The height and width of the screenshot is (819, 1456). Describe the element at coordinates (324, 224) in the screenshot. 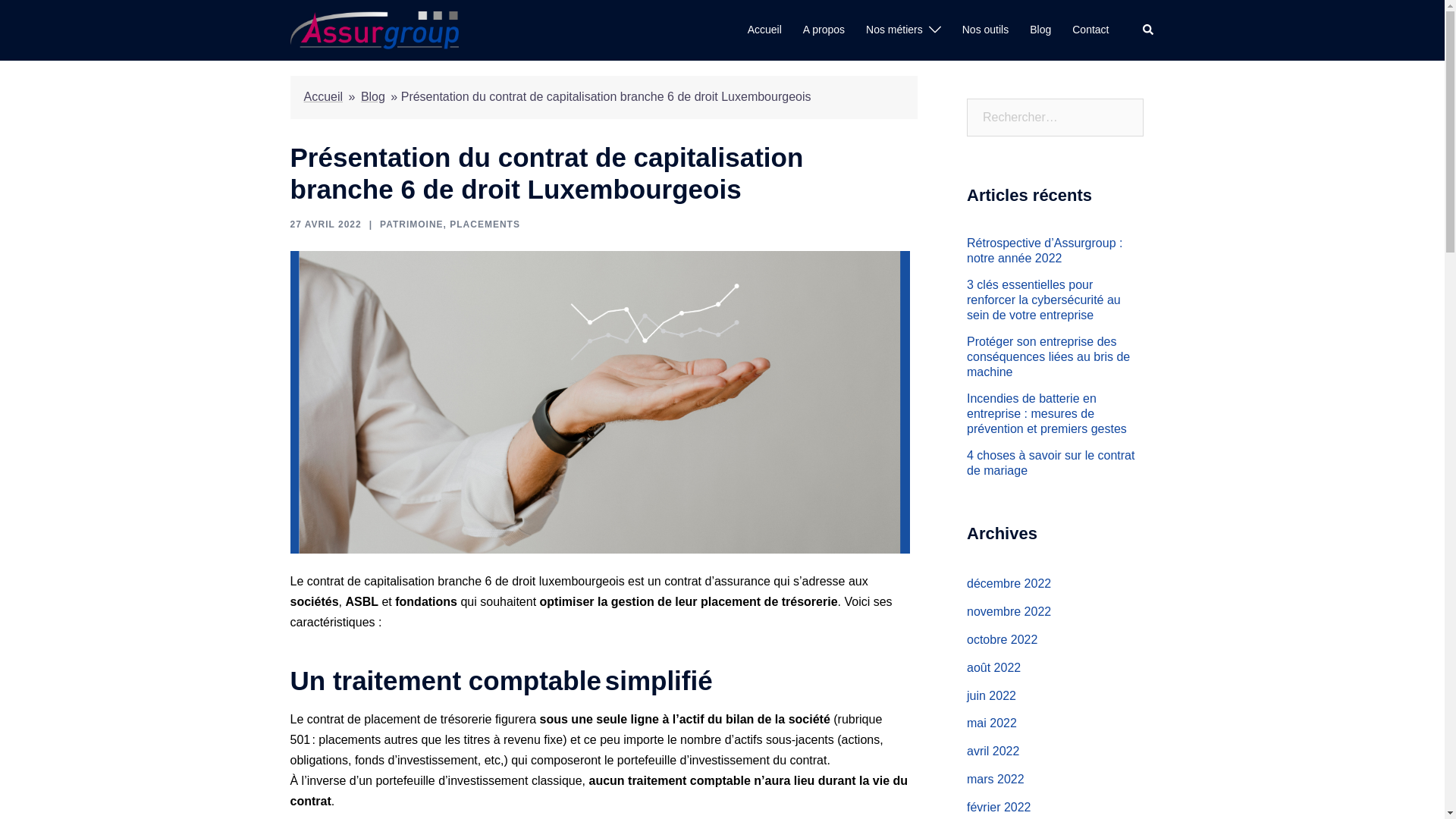

I see `'27 AVRIL 2022'` at that location.